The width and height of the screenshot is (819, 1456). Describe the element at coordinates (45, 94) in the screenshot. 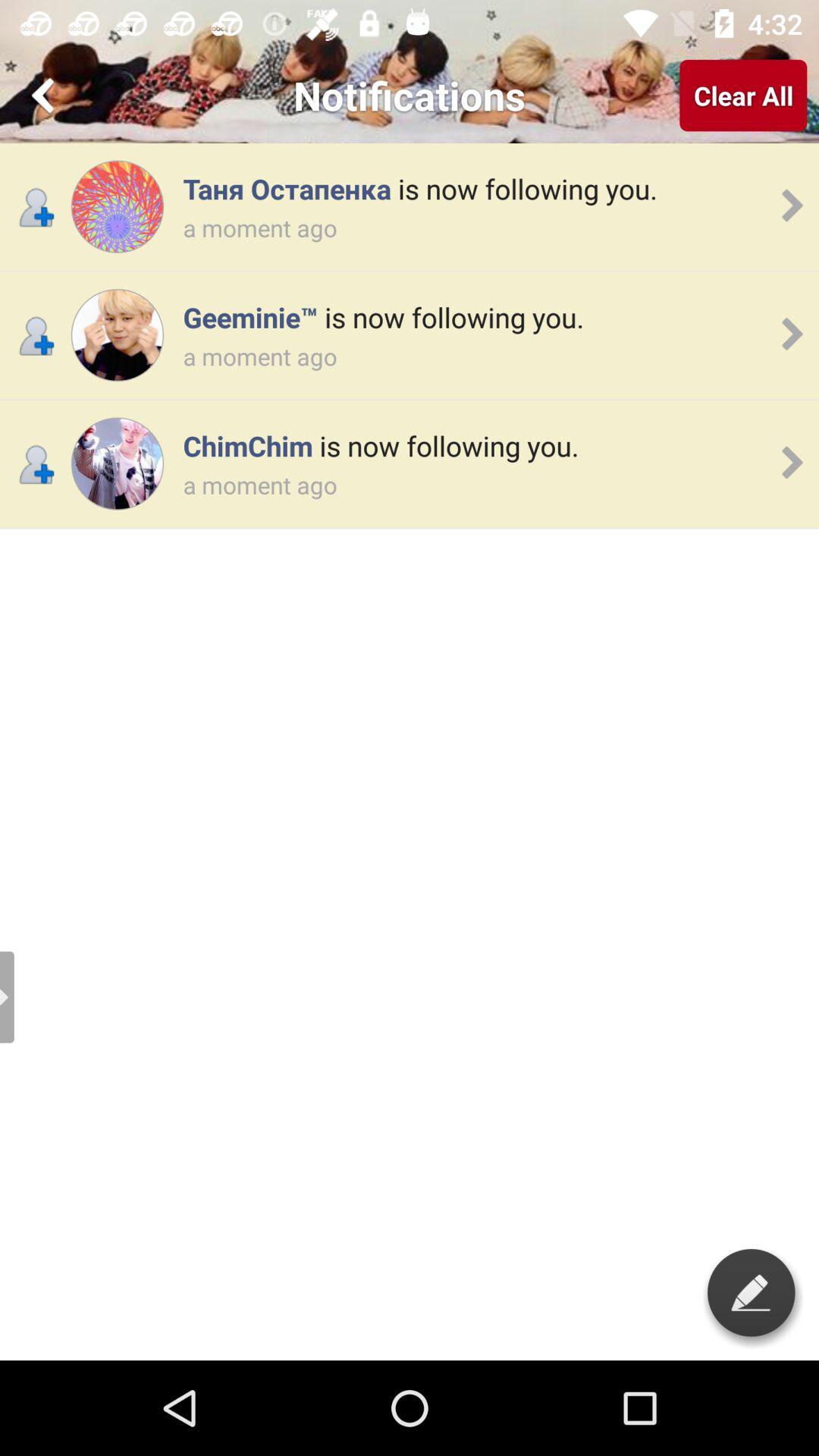

I see `click on the favorites` at that location.